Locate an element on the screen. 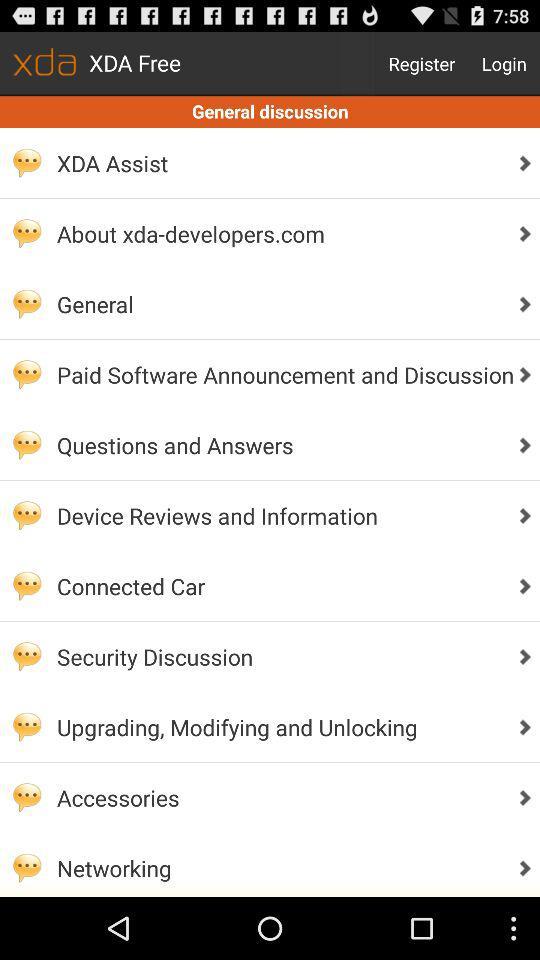 This screenshot has width=540, height=960. the paid software announcement icon is located at coordinates (279, 373).